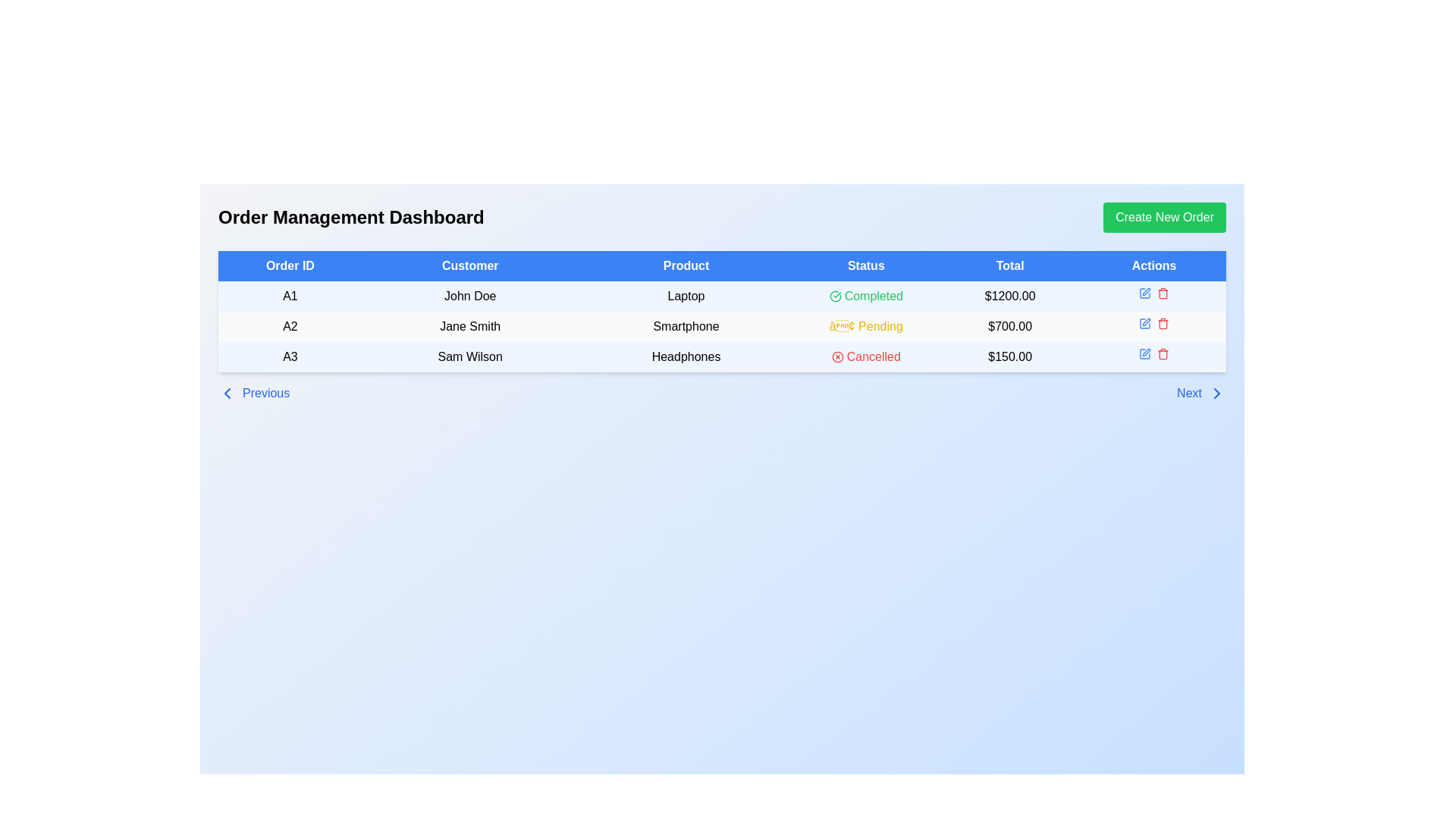  Describe the element at coordinates (1216, 393) in the screenshot. I see `the chevron icon located at the bottom right corner of the user interface` at that location.